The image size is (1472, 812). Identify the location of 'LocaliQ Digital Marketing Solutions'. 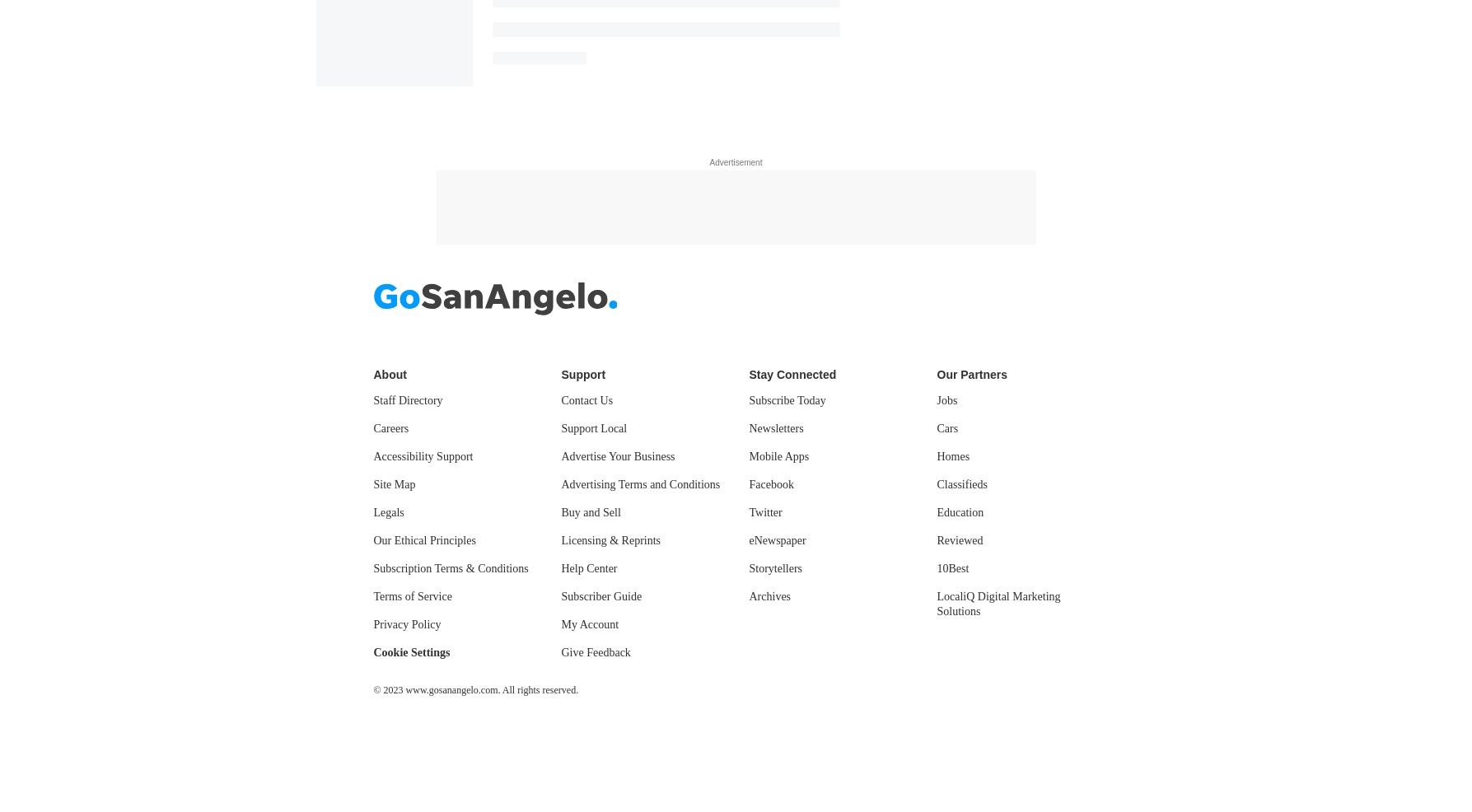
(998, 602).